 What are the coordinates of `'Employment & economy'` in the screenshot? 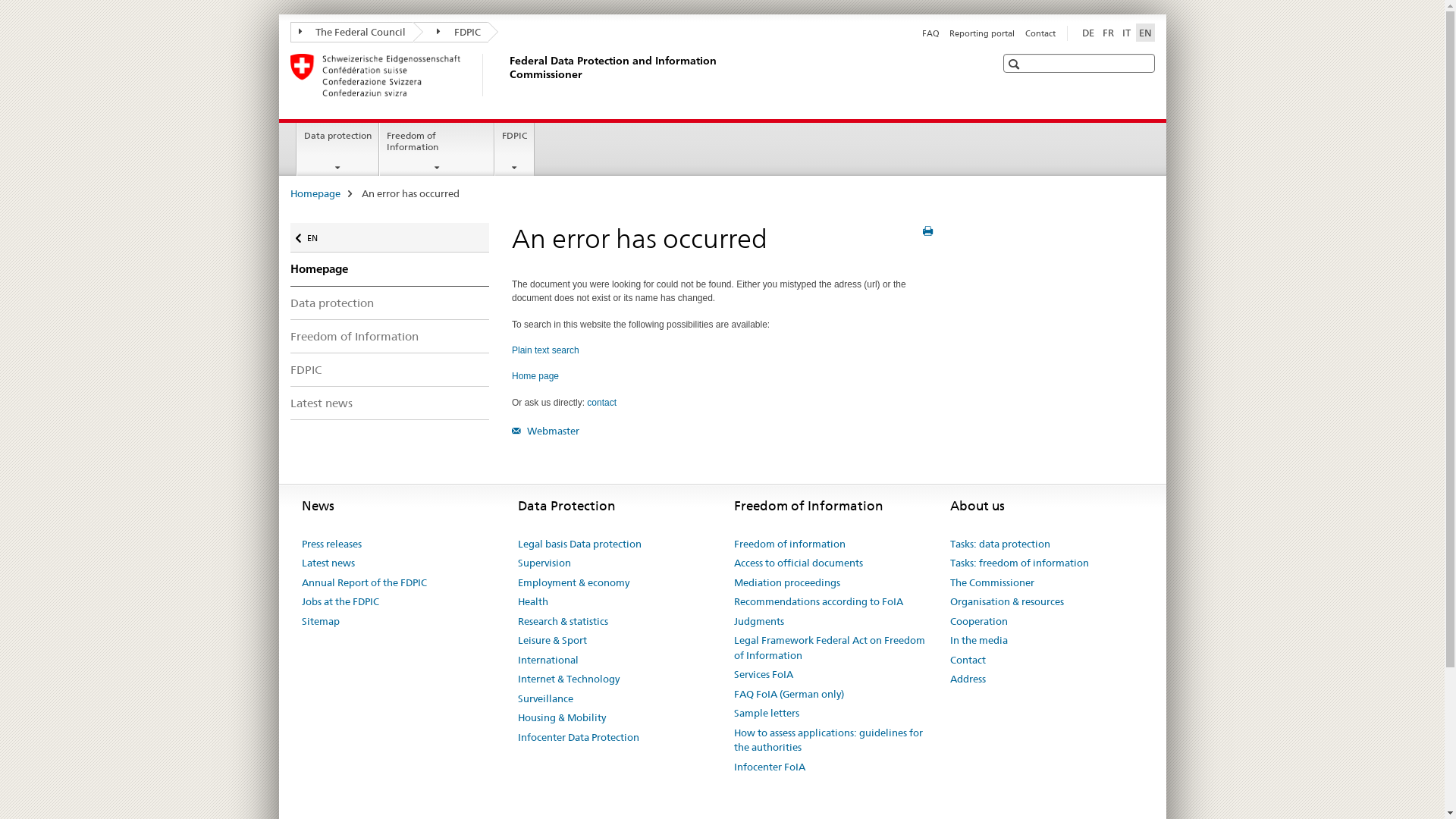 It's located at (572, 582).